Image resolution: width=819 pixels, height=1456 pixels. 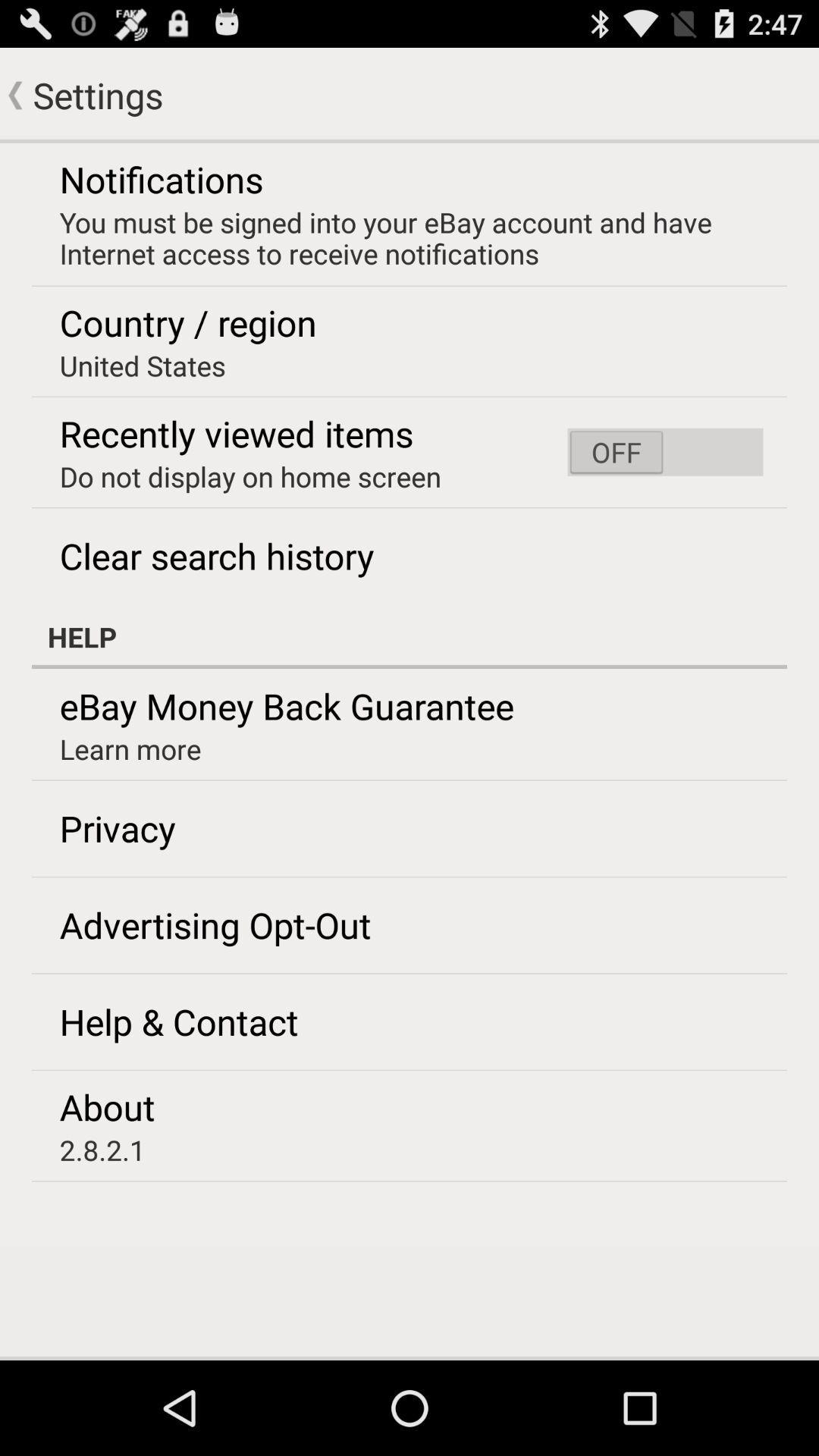 What do you see at coordinates (215, 924) in the screenshot?
I see `the icon above help & contact` at bounding box center [215, 924].